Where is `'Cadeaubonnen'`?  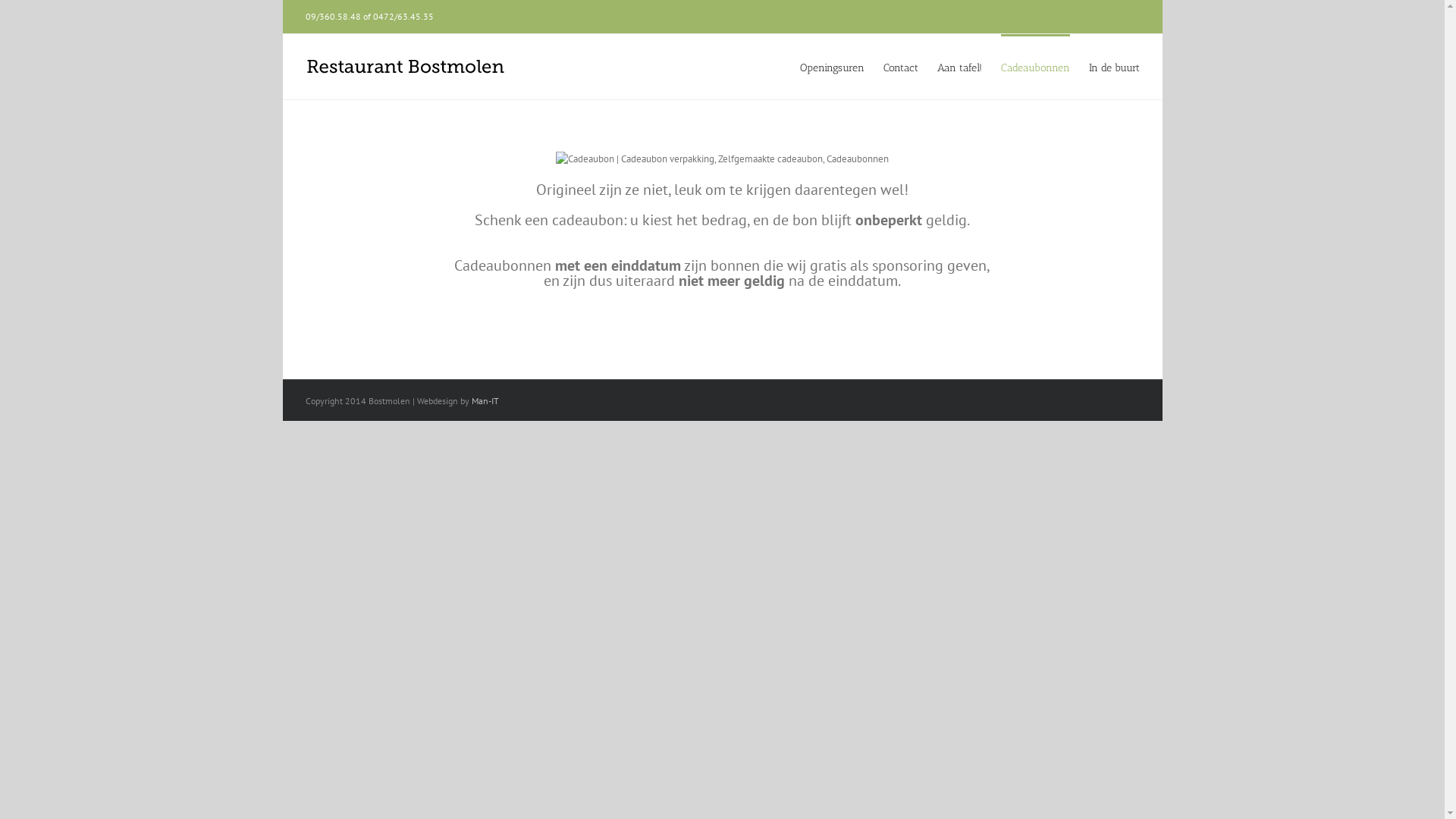 'Cadeaubonnen' is located at coordinates (1001, 66).